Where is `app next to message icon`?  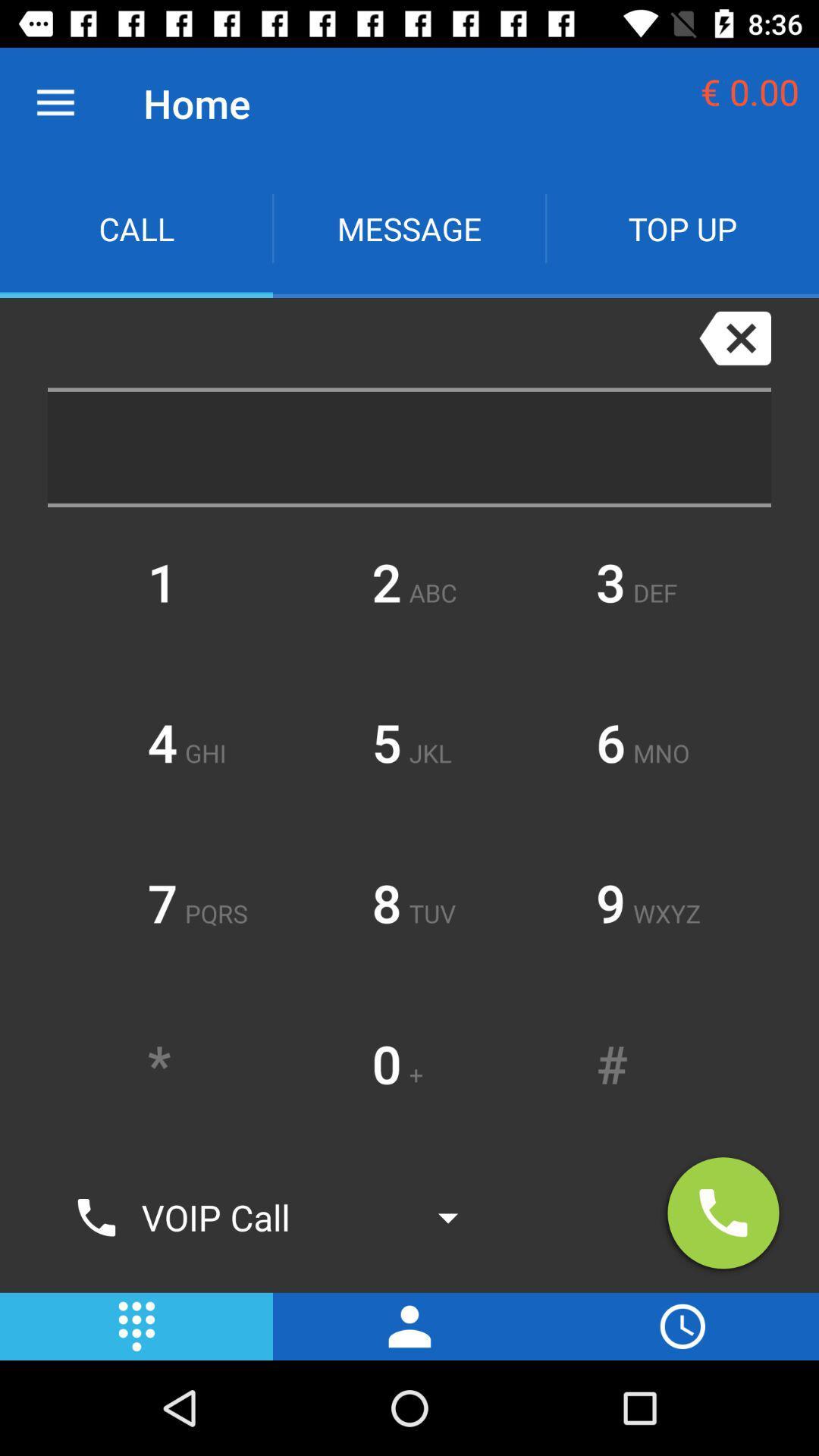
app next to message icon is located at coordinates (681, 227).